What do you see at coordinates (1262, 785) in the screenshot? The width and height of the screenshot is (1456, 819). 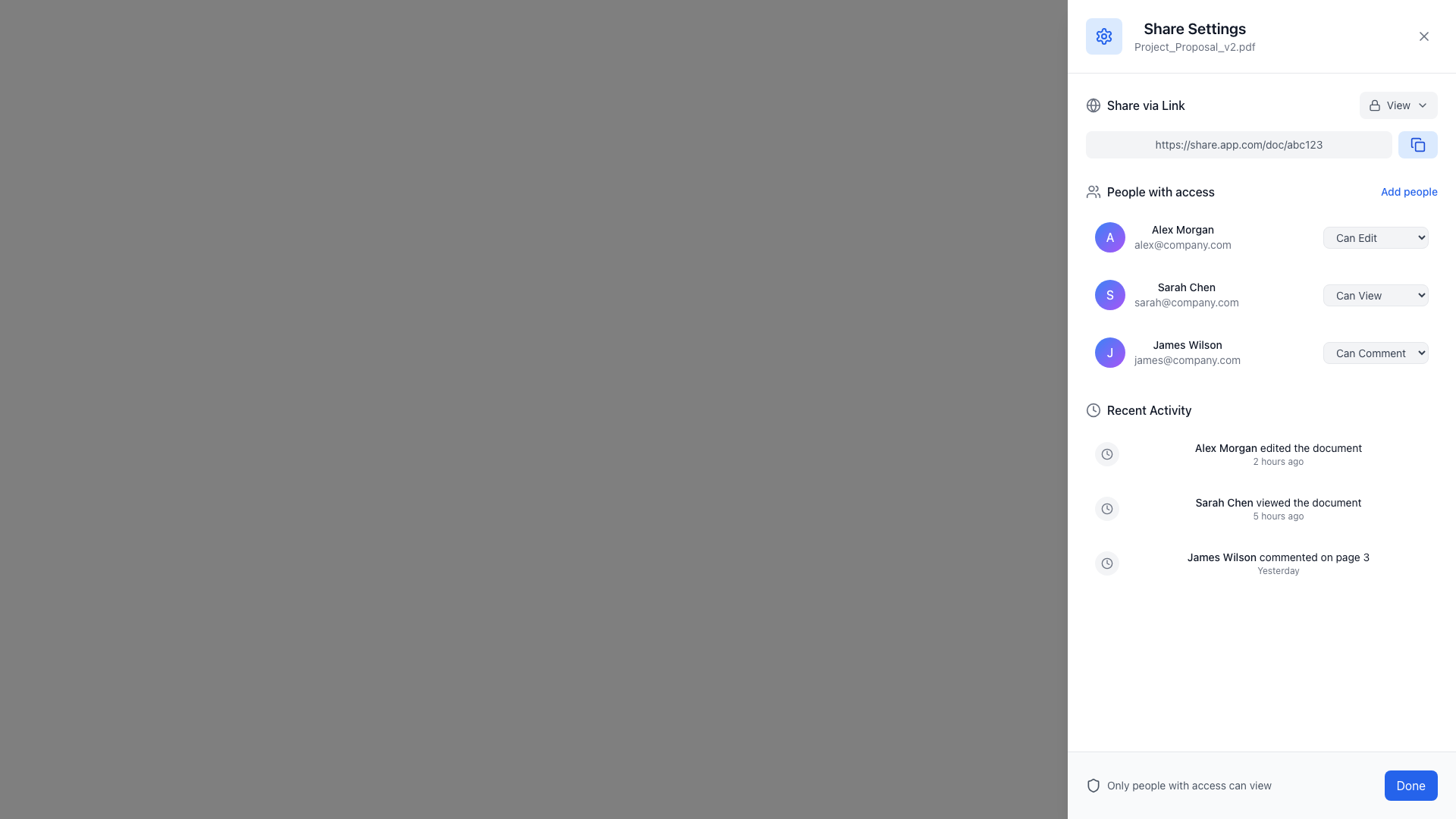 I see `text label in the horizontal layout at the bottom-right corner of the interface that informs users about access restrictions and provides a confirmation button` at bounding box center [1262, 785].